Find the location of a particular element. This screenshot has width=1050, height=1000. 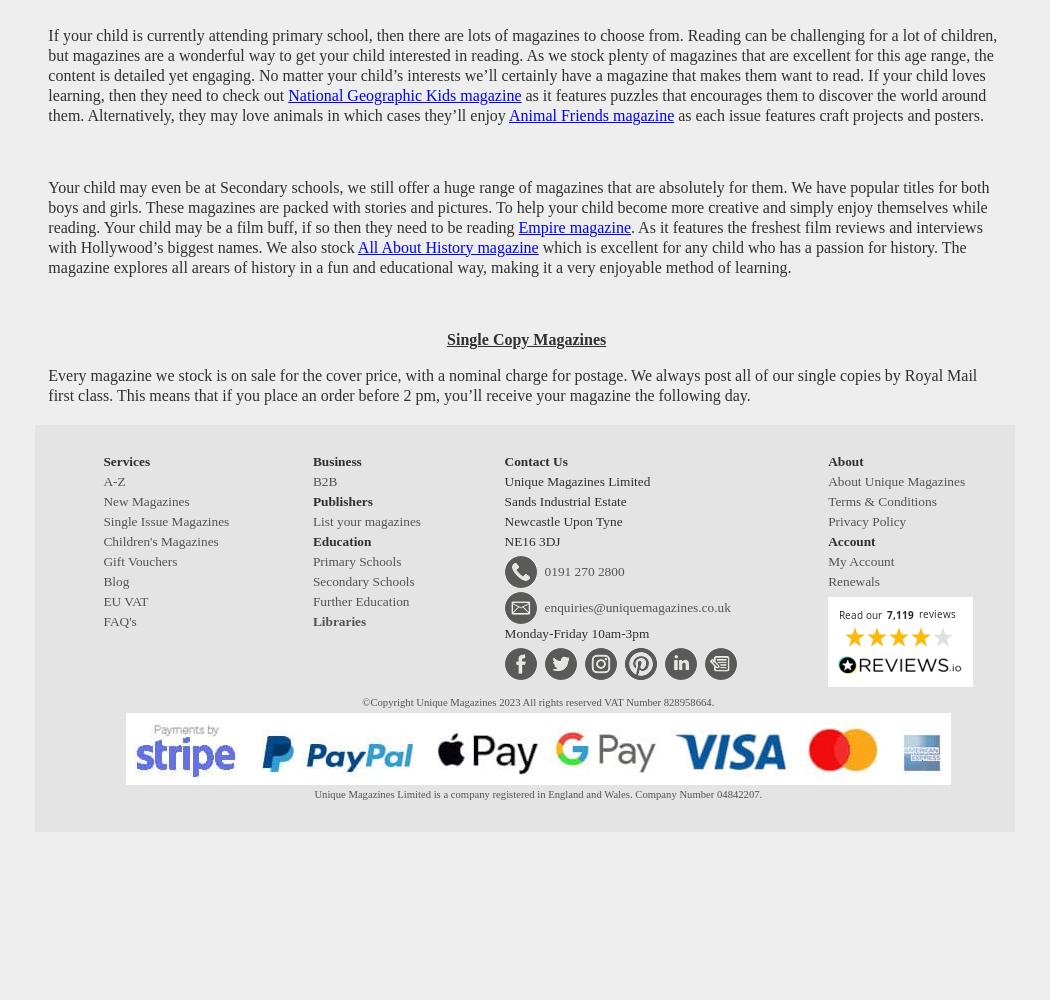

'which is excellent for any child who has a passion for history. The magazine explores all arears of history in a fun and educational way, making it a very enjoyable method of learning.' is located at coordinates (506, 256).